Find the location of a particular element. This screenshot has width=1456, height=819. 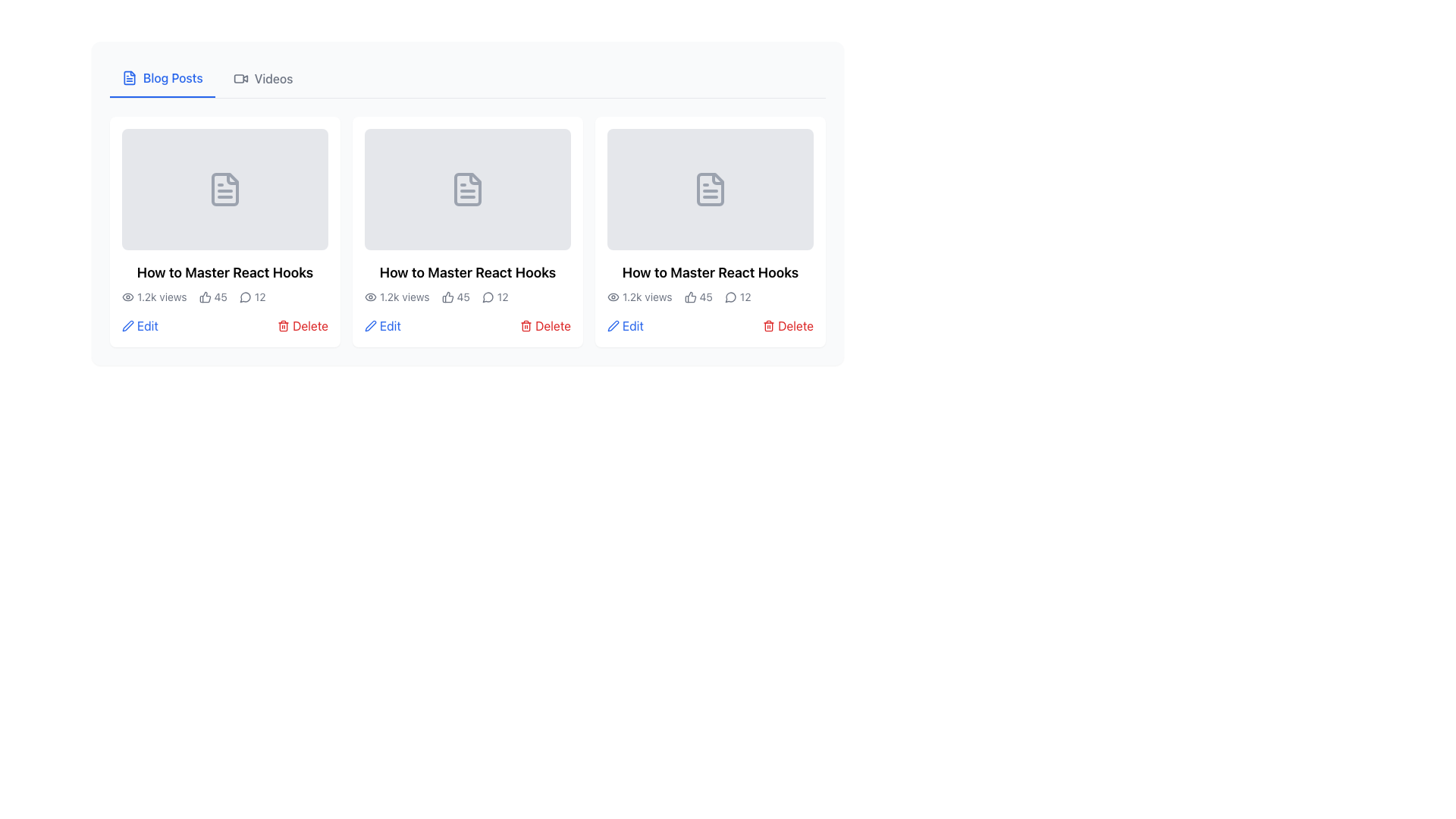

the document icon represented by a stylized rectangle with a folded top-right corner, located as the first tab indicator adjacent to the 'Blog Posts' label is located at coordinates (130, 78).